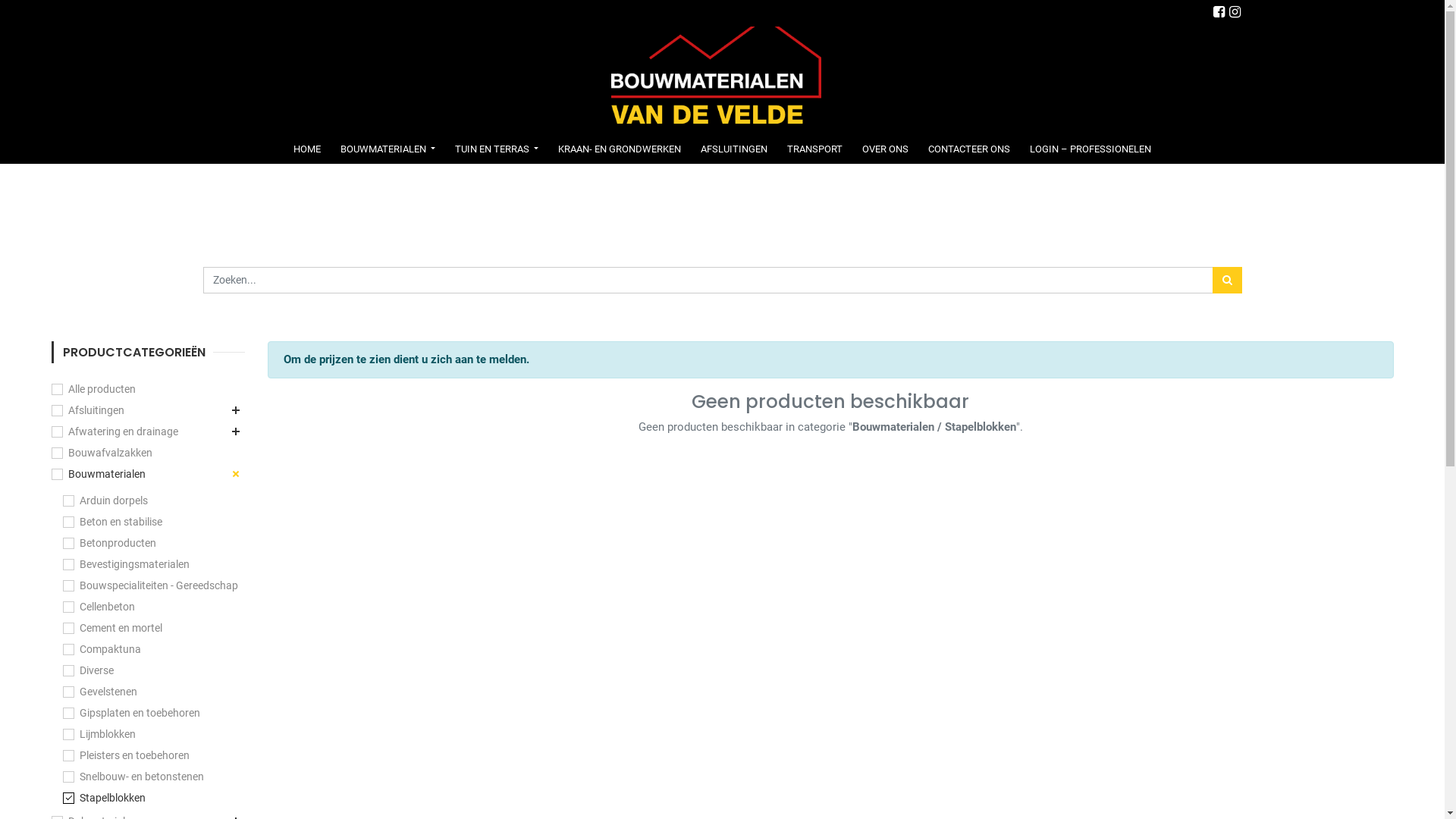 The height and width of the screenshot is (819, 1456). Describe the element at coordinates (715, 78) in the screenshot. I see `'Bouwmaterialen Van de Velde'` at that location.